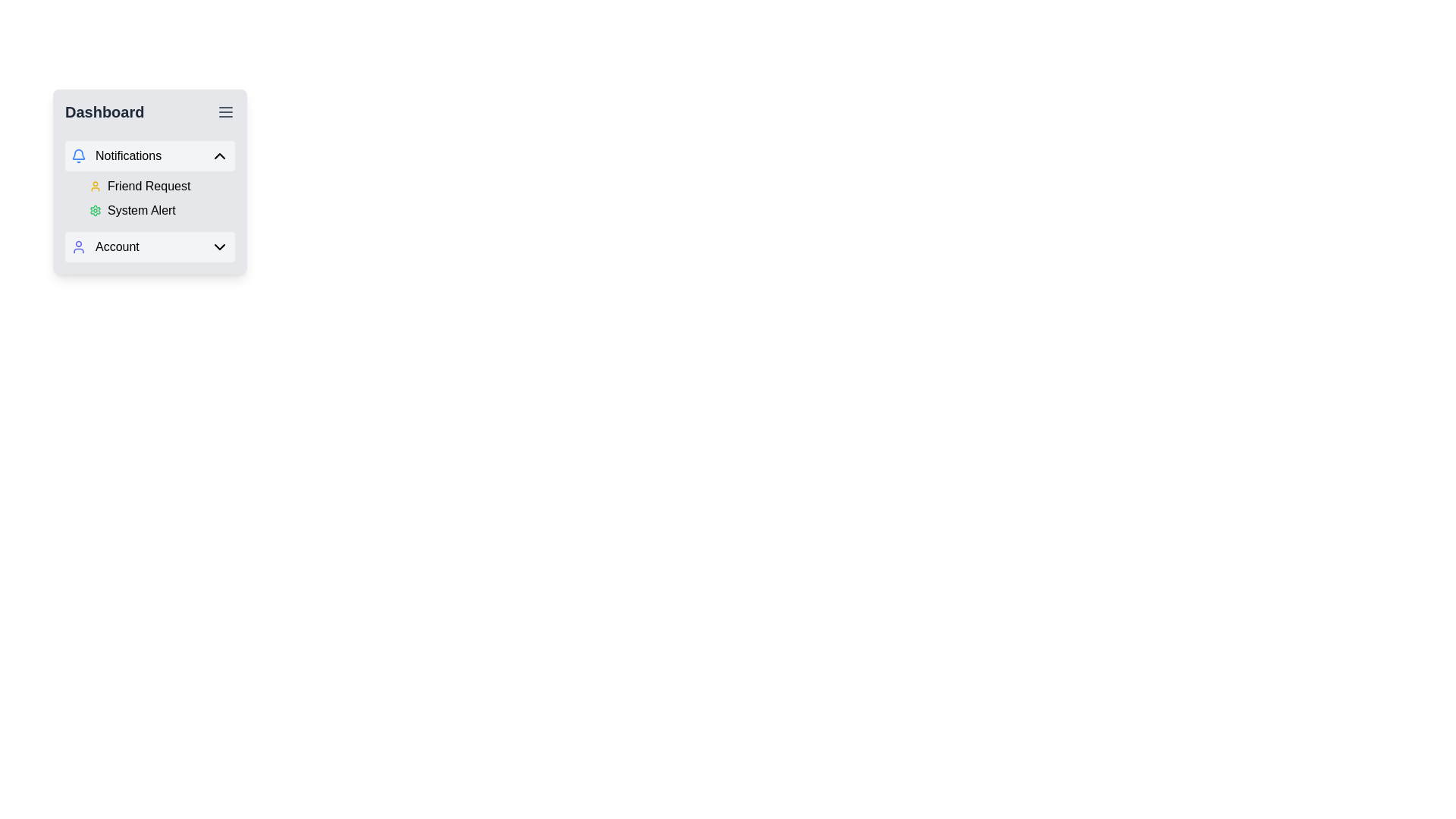 The image size is (1456, 819). Describe the element at coordinates (78, 246) in the screenshot. I see `the user icon, which is a minimalist blue circular head and semi-circular body, located to the left of the 'Account' label in the UI` at that location.